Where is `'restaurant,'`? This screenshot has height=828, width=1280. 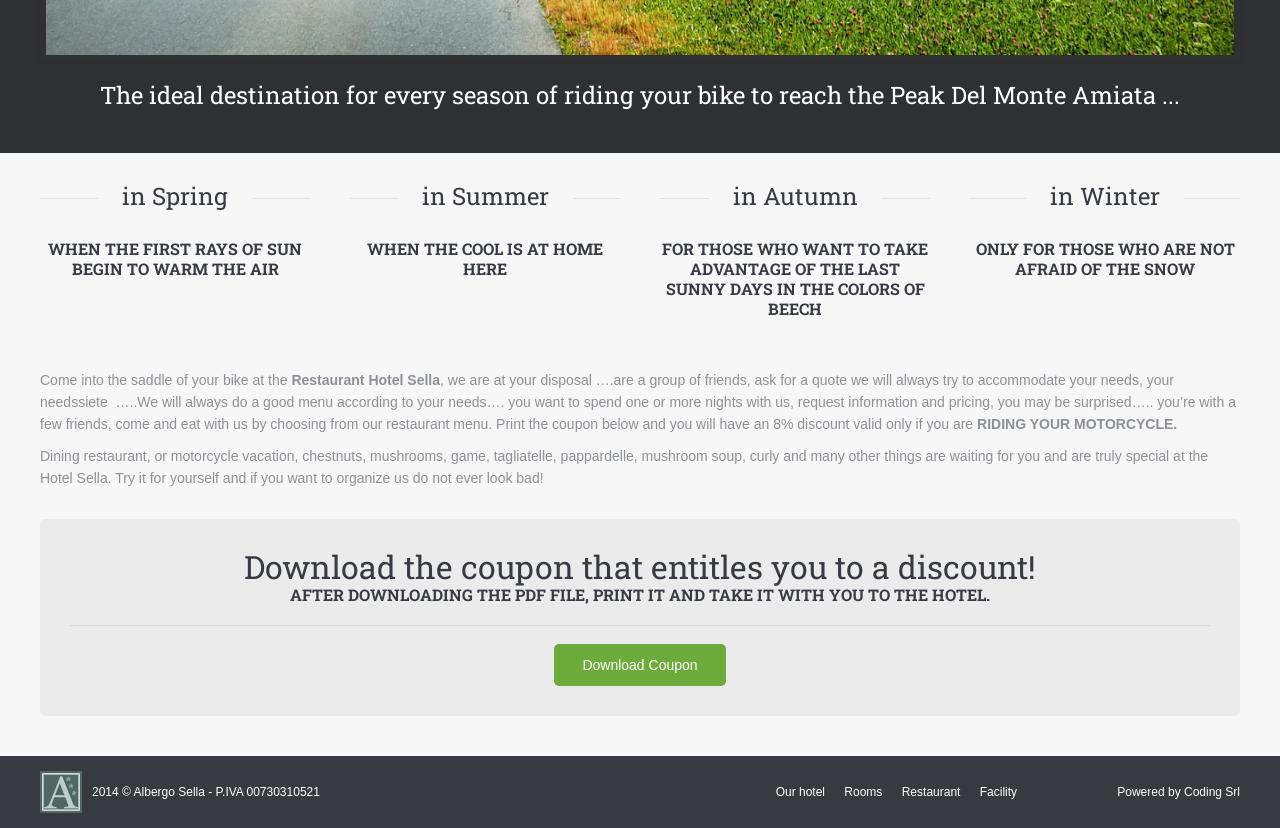 'restaurant,' is located at coordinates (81, 453).